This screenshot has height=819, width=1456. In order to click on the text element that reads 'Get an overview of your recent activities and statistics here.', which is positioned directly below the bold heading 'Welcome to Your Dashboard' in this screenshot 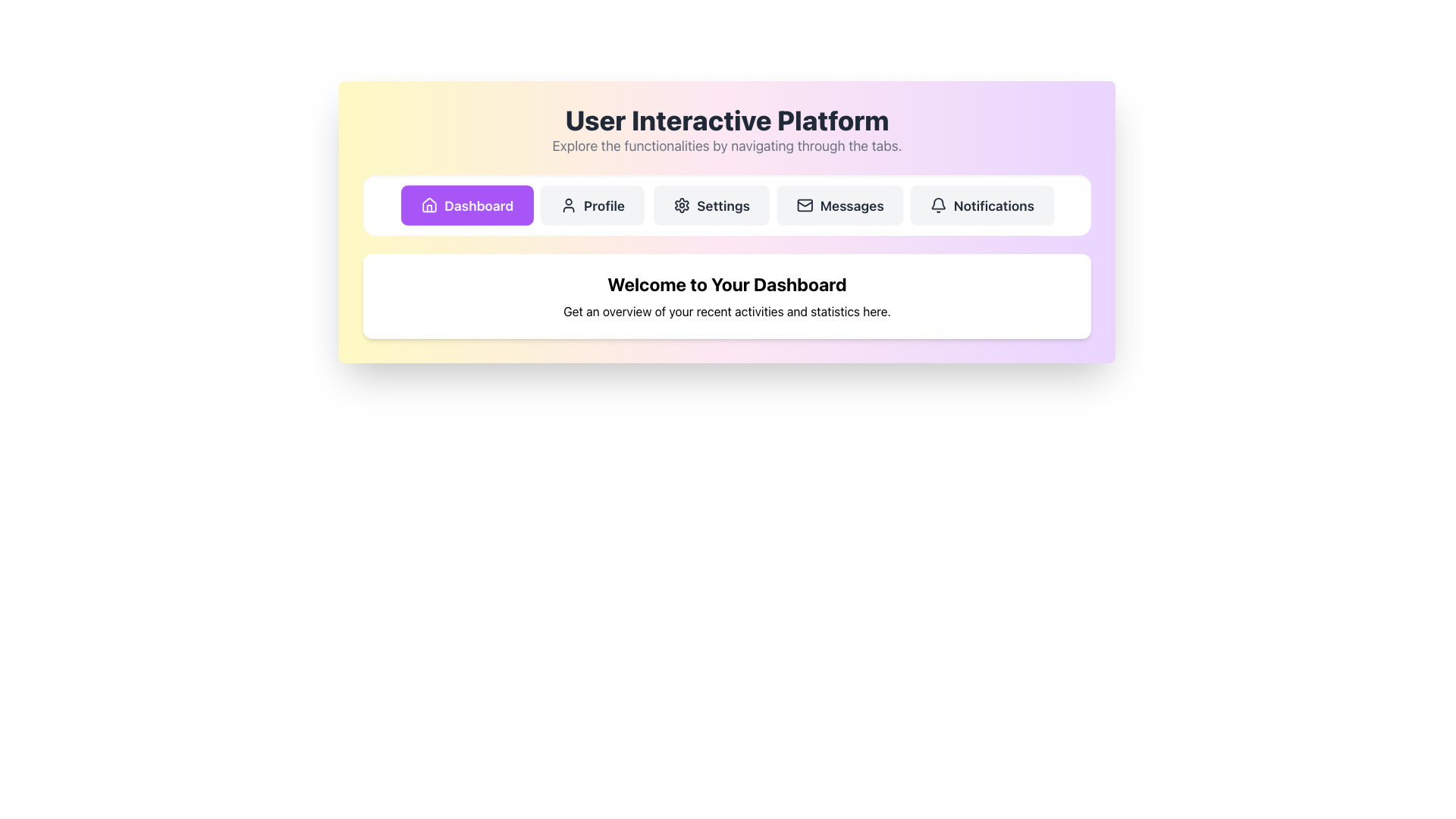, I will do `click(726, 311)`.